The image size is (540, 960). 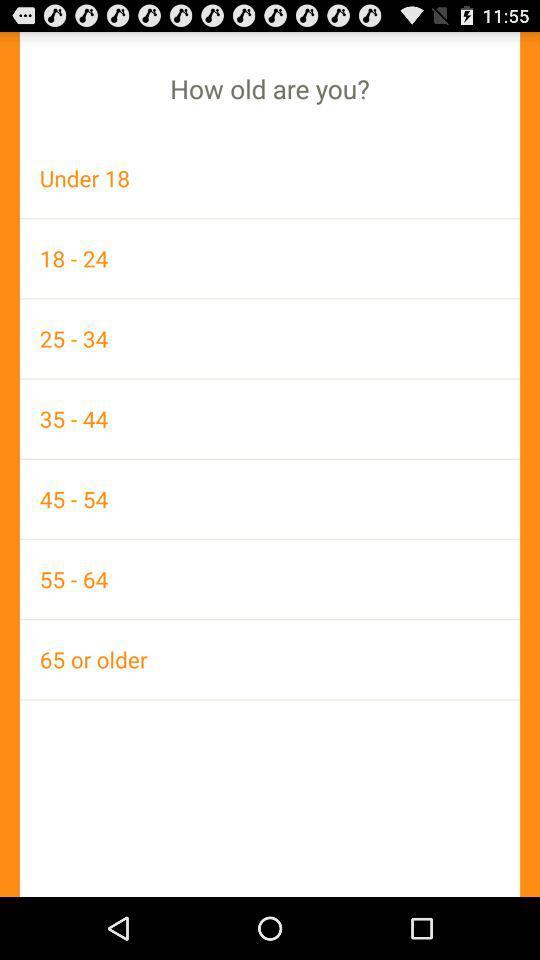 What do you see at coordinates (270, 498) in the screenshot?
I see `item below 35 - 44 item` at bounding box center [270, 498].